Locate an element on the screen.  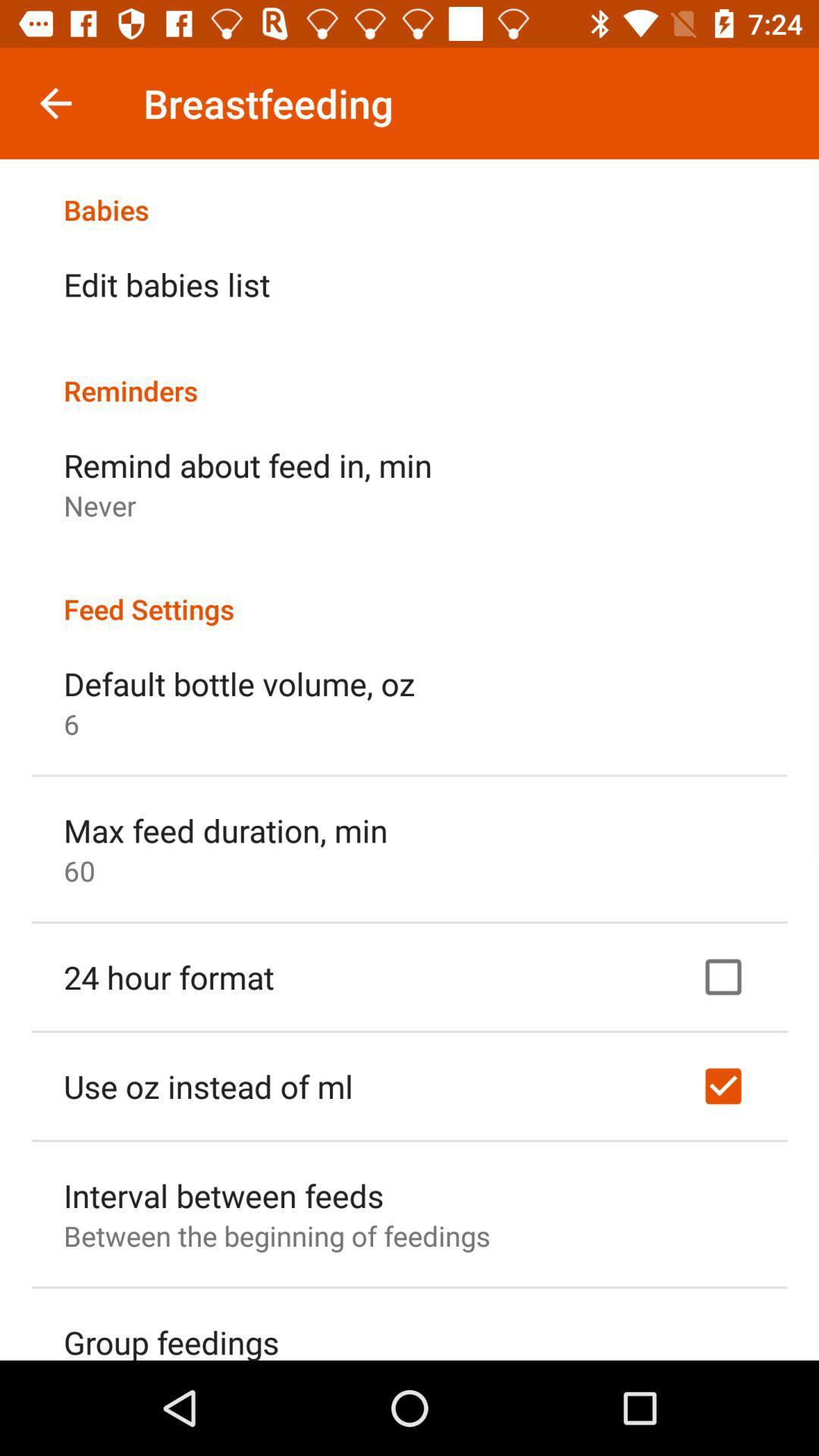
max feed duration is located at coordinates (225, 829).